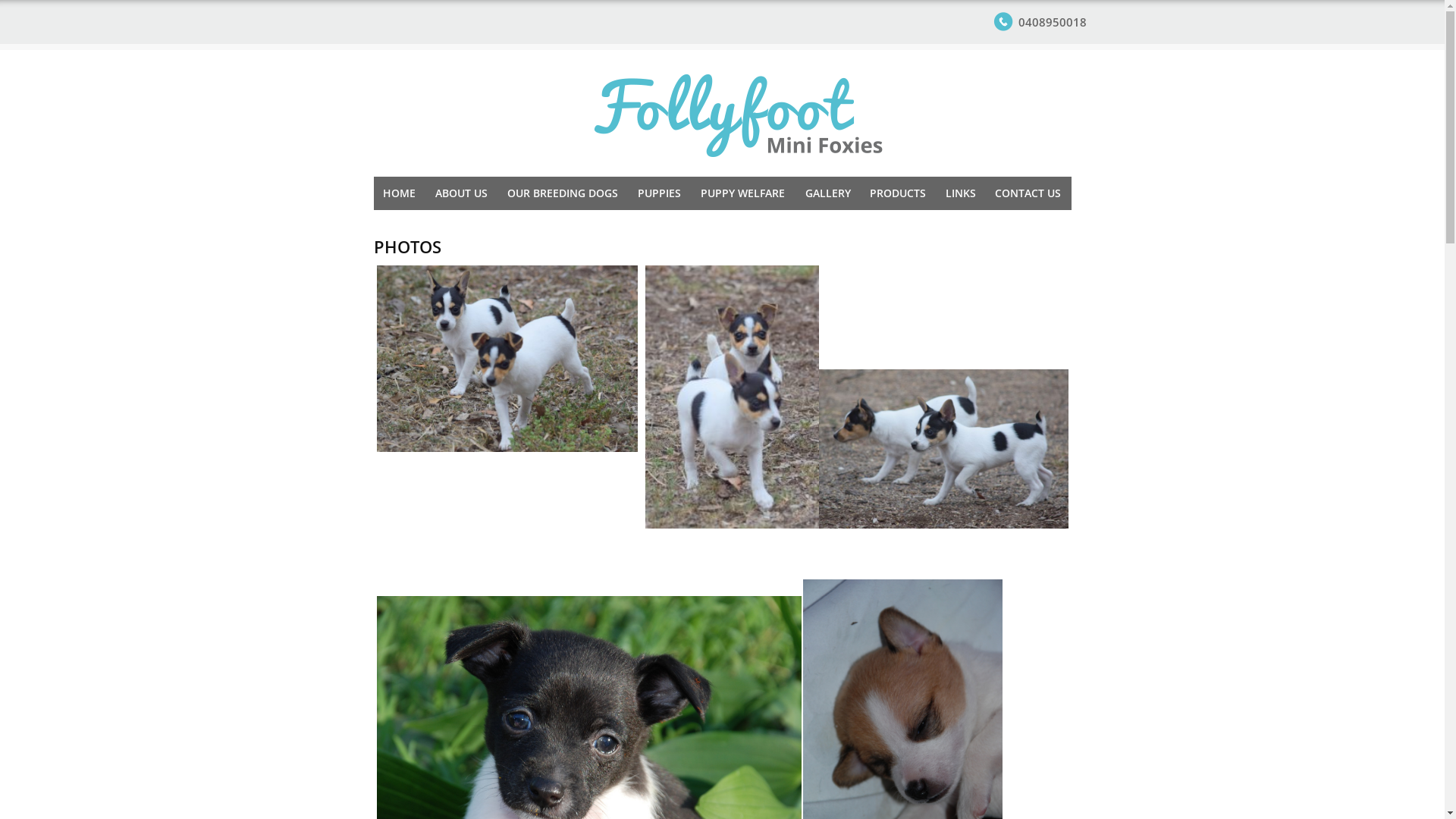 The image size is (1456, 819). What do you see at coordinates (399, 192) in the screenshot?
I see `'HOME'` at bounding box center [399, 192].